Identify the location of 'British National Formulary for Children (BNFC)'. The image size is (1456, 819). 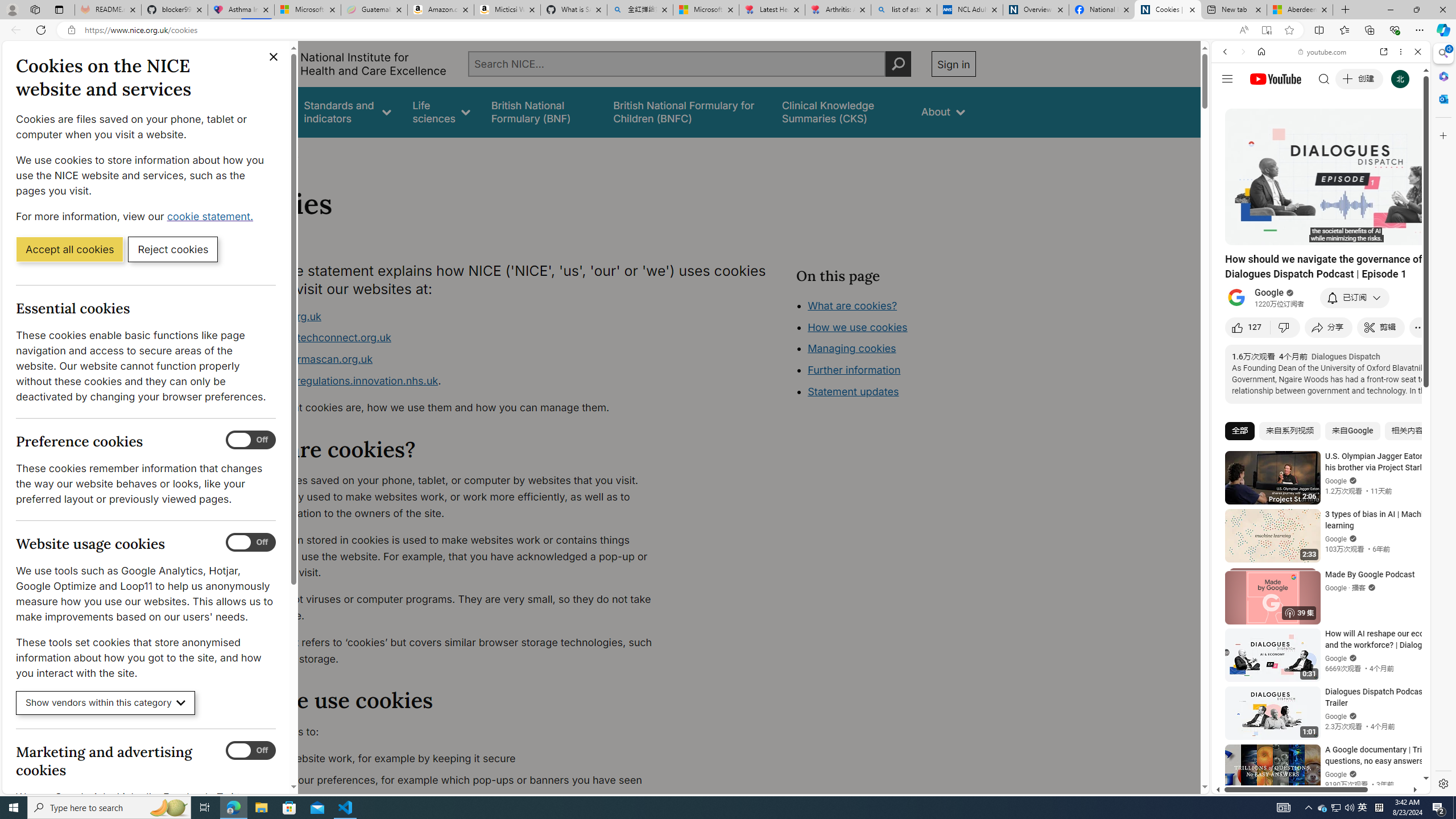
(686, 111).